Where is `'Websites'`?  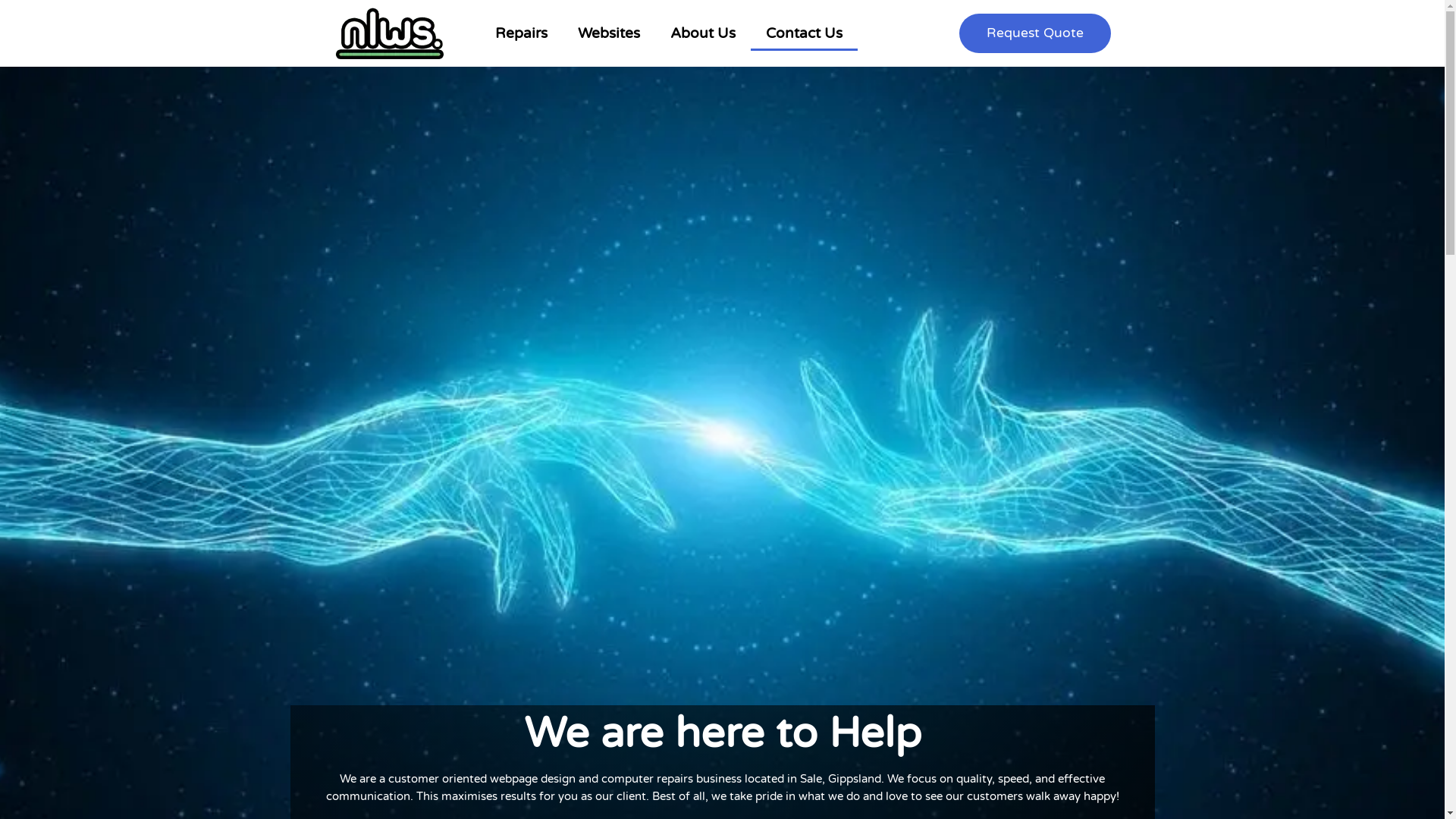 'Websites' is located at coordinates (608, 33).